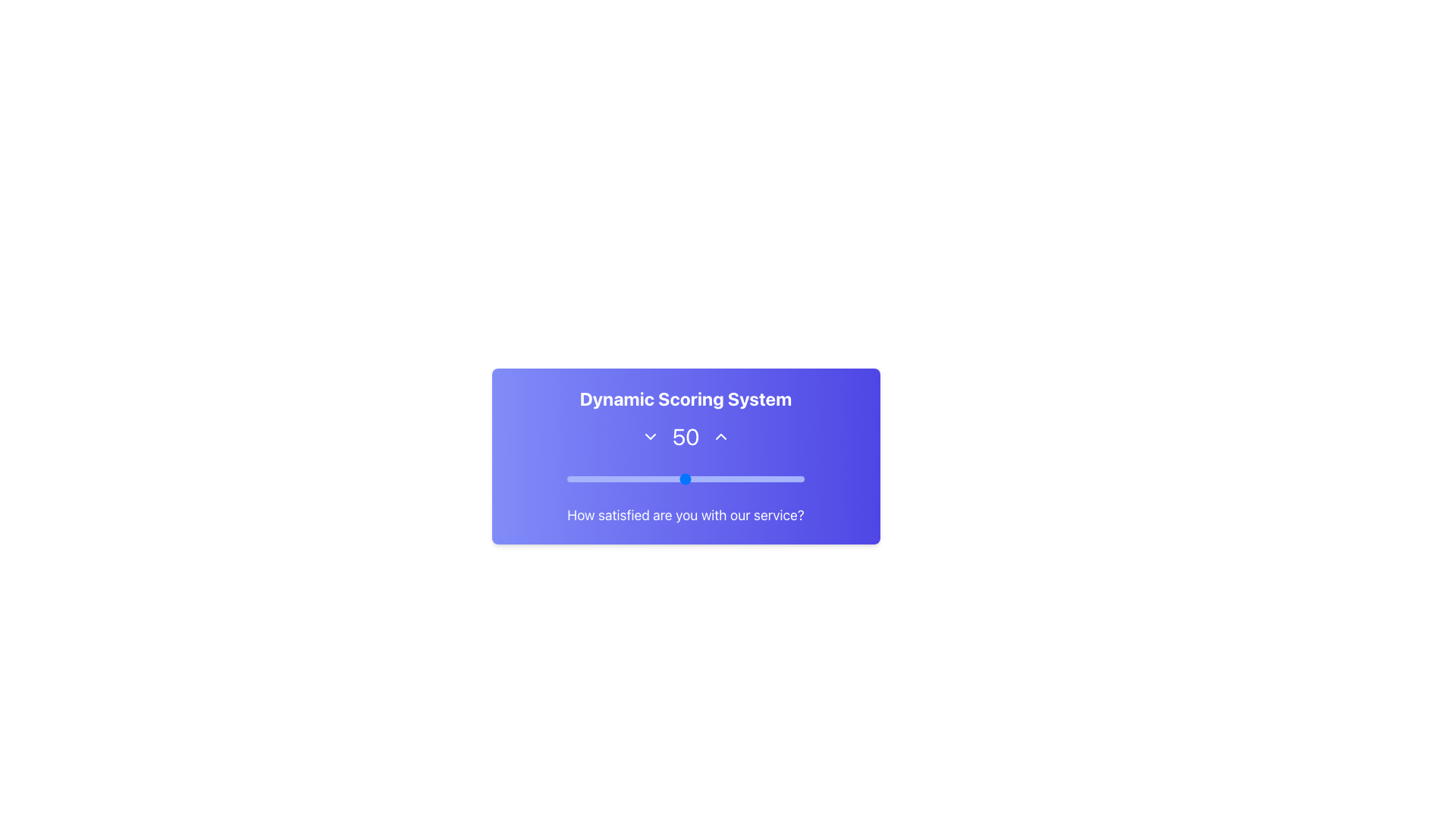  What do you see at coordinates (685, 397) in the screenshot?
I see `text of the title label centered above the numeric display in the card-like interface` at bounding box center [685, 397].